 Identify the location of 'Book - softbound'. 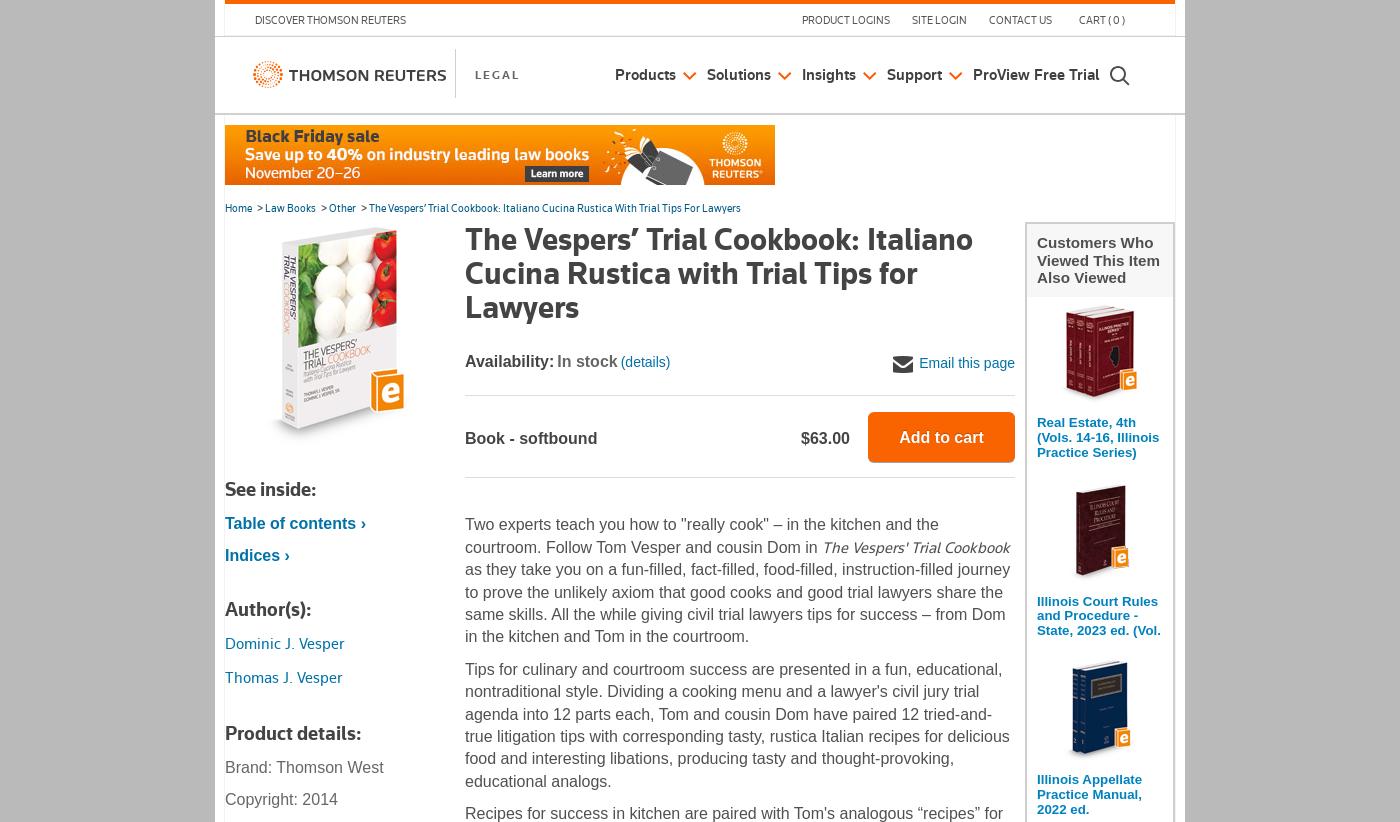
(531, 437).